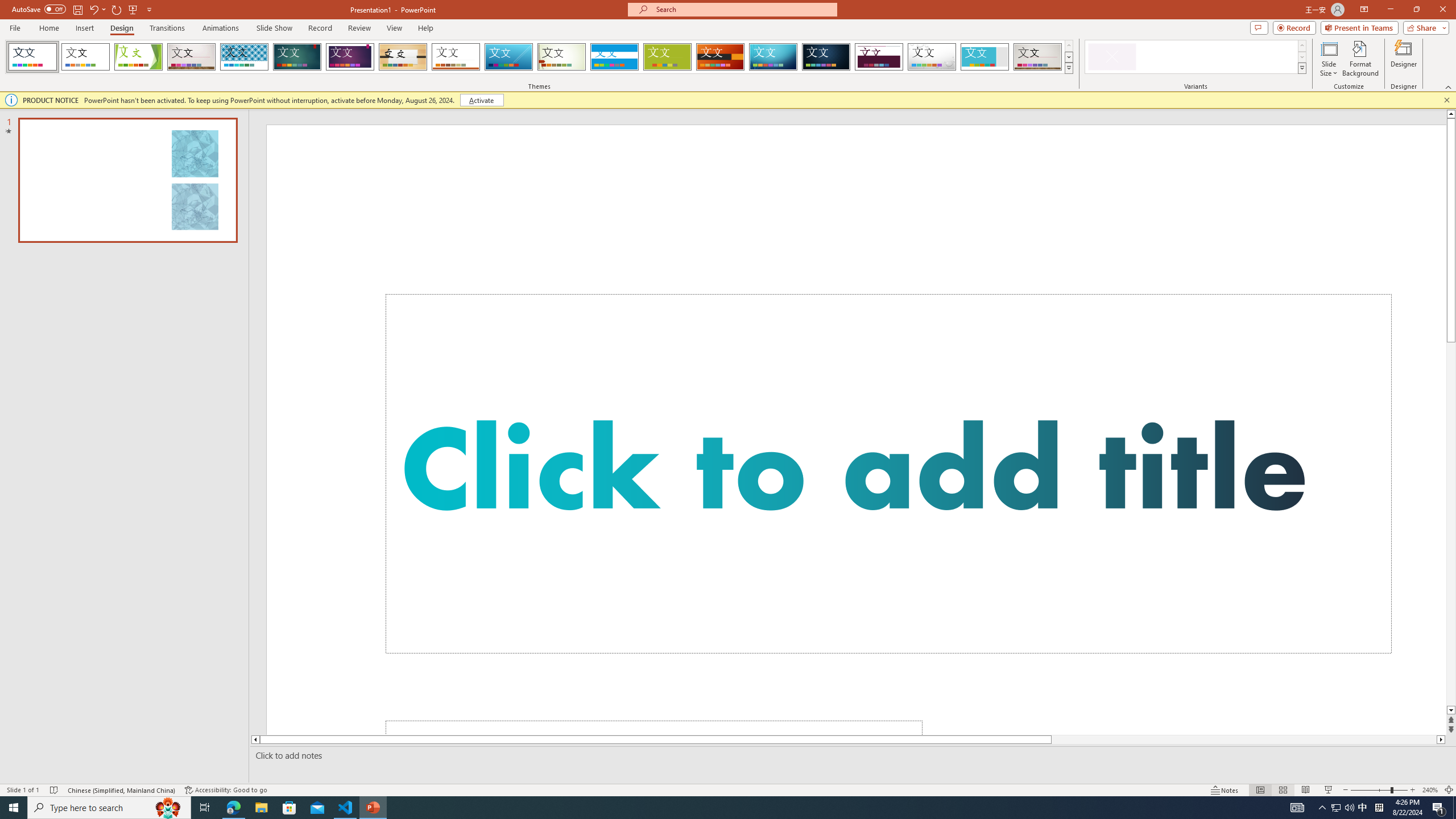 The height and width of the screenshot is (819, 1456). What do you see at coordinates (1359, 27) in the screenshot?
I see `'Present in Teams'` at bounding box center [1359, 27].